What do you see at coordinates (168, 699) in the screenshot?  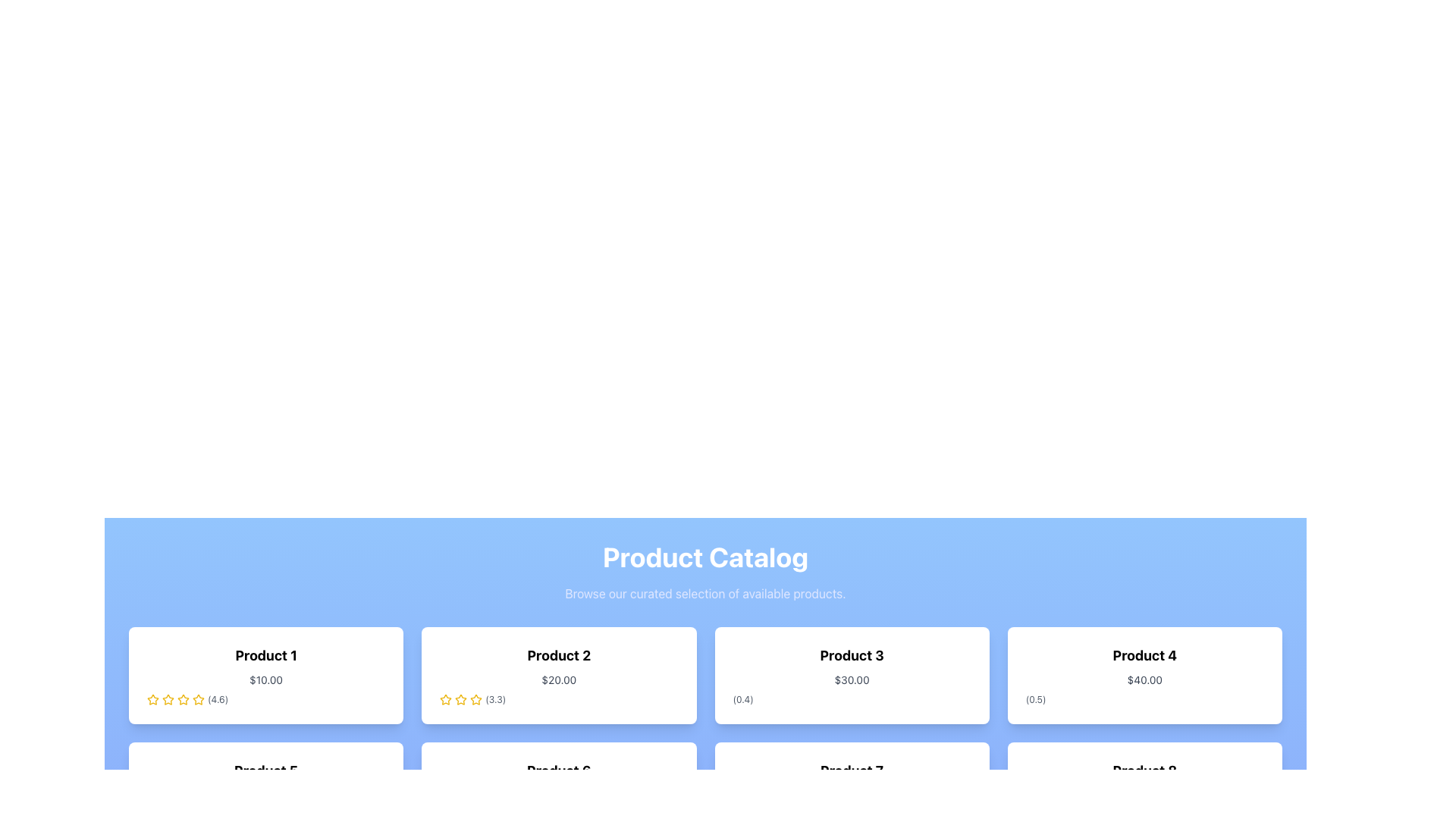 I see `the third star icon with a yellow outline, representing a rating in the 'Product 1' card, located near the rating label '(4.6)'` at bounding box center [168, 699].